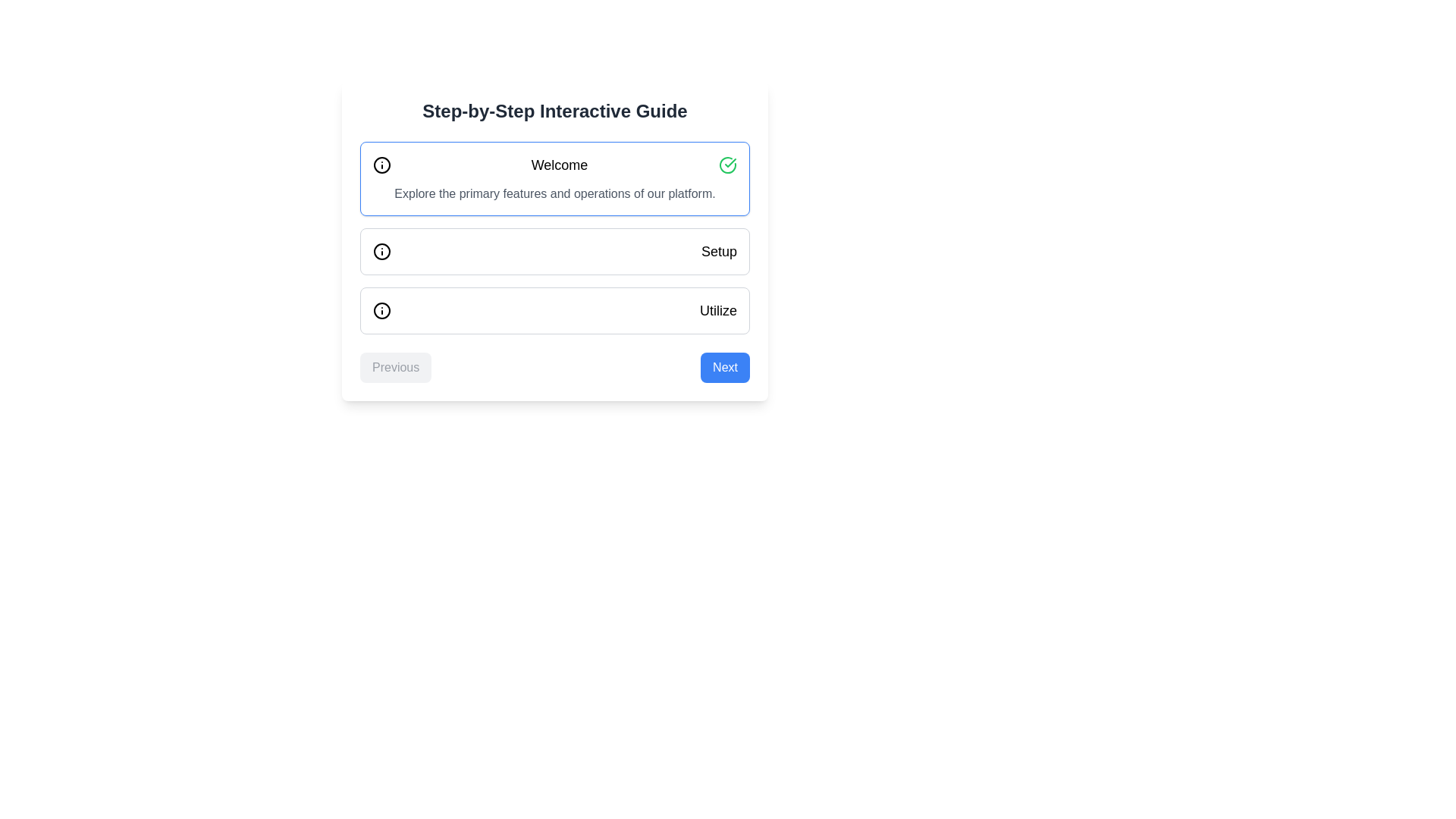  I want to click on the visual state of the confirmation icon located in the top-right corner of the 'Welcome' section of the interactive guide interface, so click(728, 165).